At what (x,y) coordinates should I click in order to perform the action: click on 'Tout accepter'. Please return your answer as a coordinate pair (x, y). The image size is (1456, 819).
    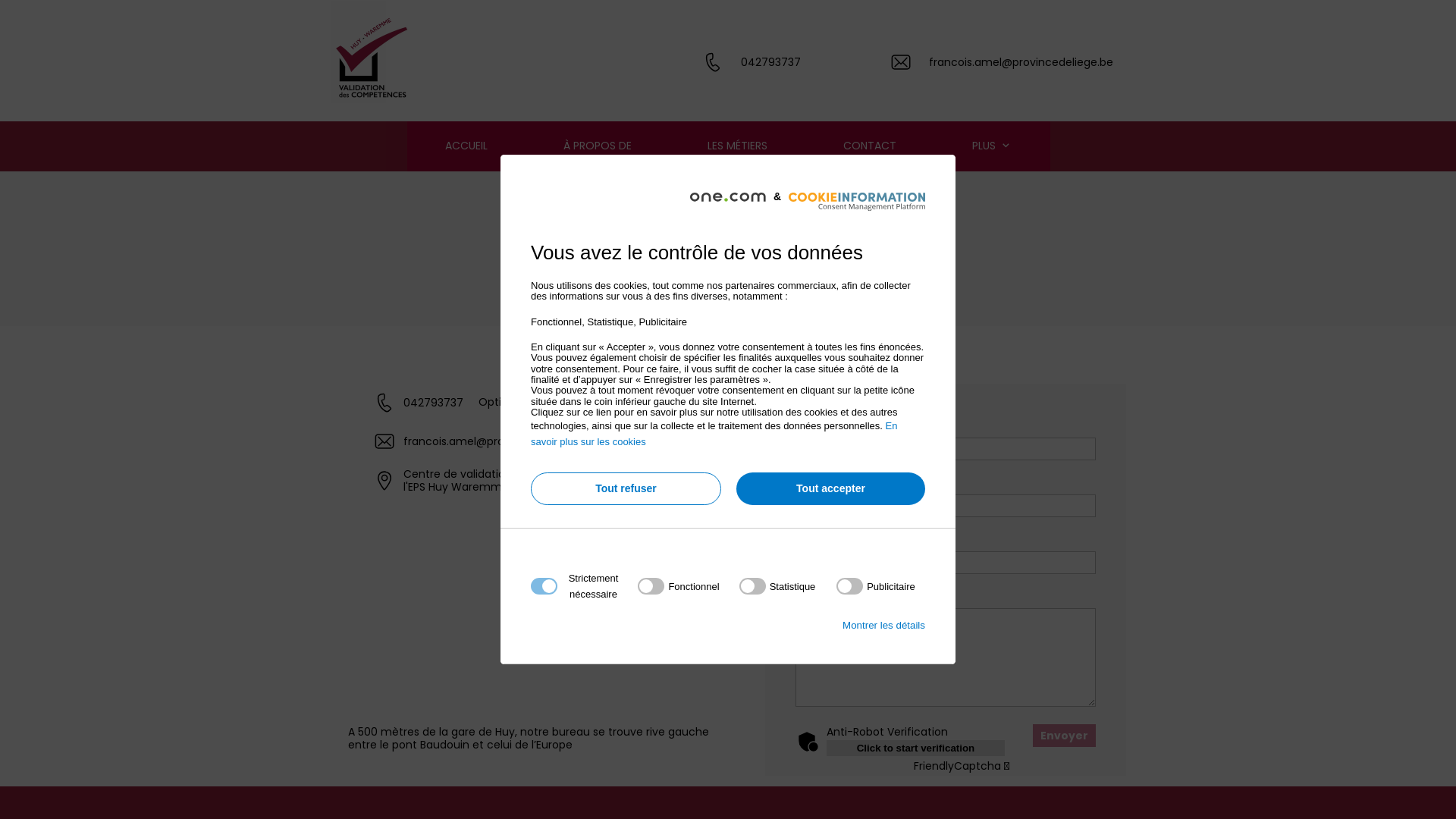
    Looking at the image, I should click on (830, 488).